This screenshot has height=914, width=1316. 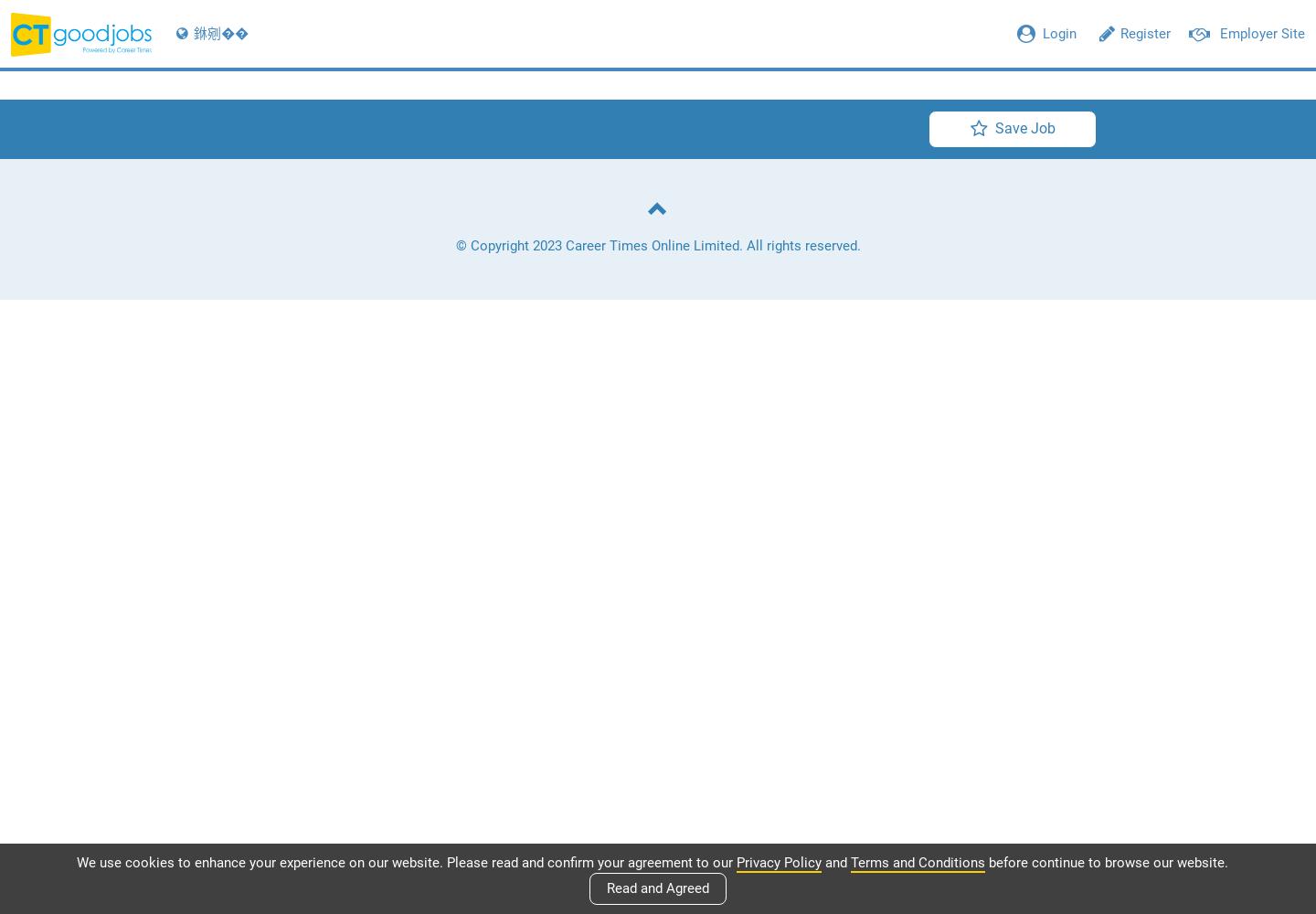 What do you see at coordinates (658, 887) in the screenshot?
I see `'Read and Agreed'` at bounding box center [658, 887].